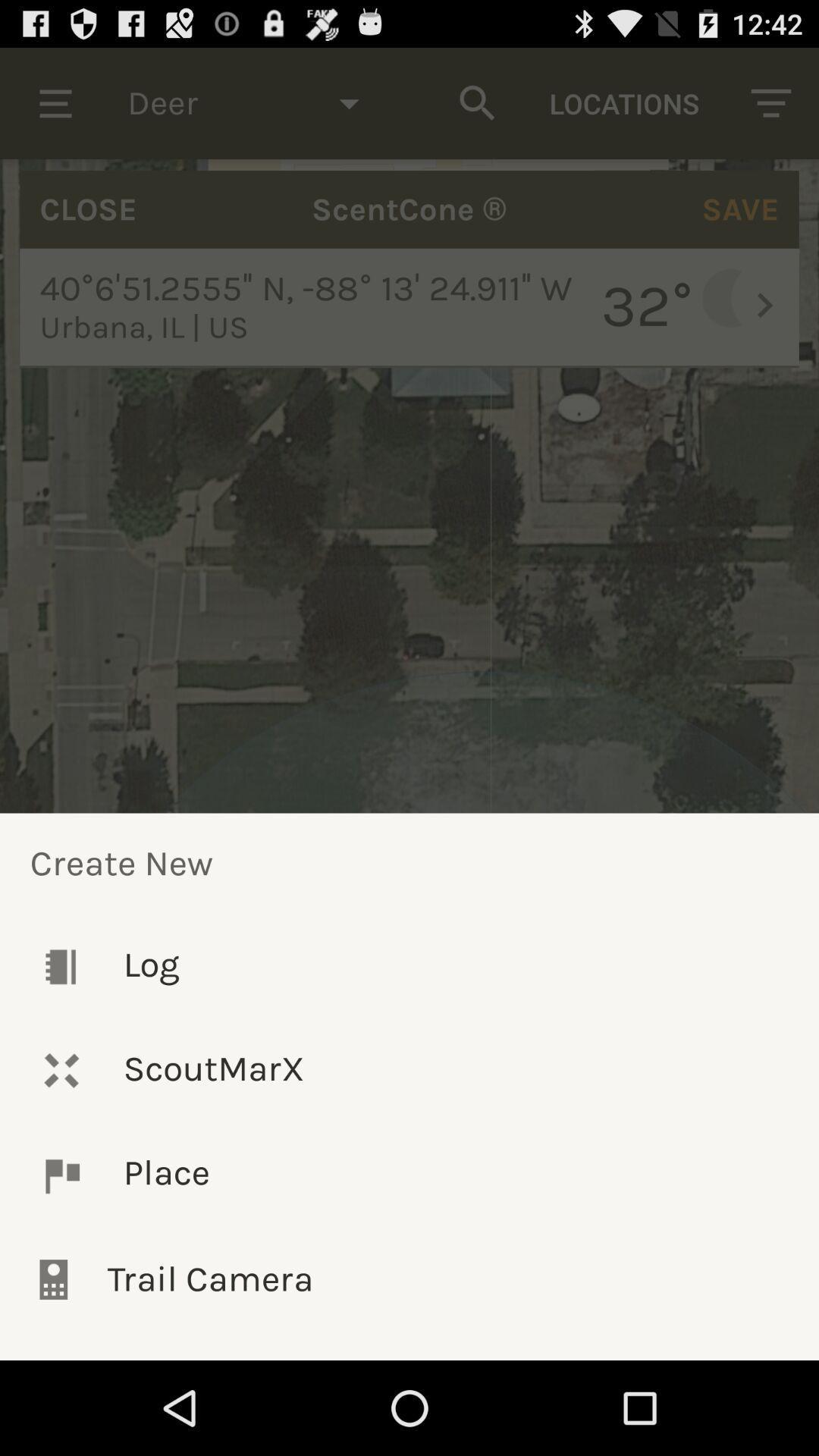 Image resolution: width=819 pixels, height=1456 pixels. Describe the element at coordinates (409, 1069) in the screenshot. I see `scoutmarx icon` at that location.